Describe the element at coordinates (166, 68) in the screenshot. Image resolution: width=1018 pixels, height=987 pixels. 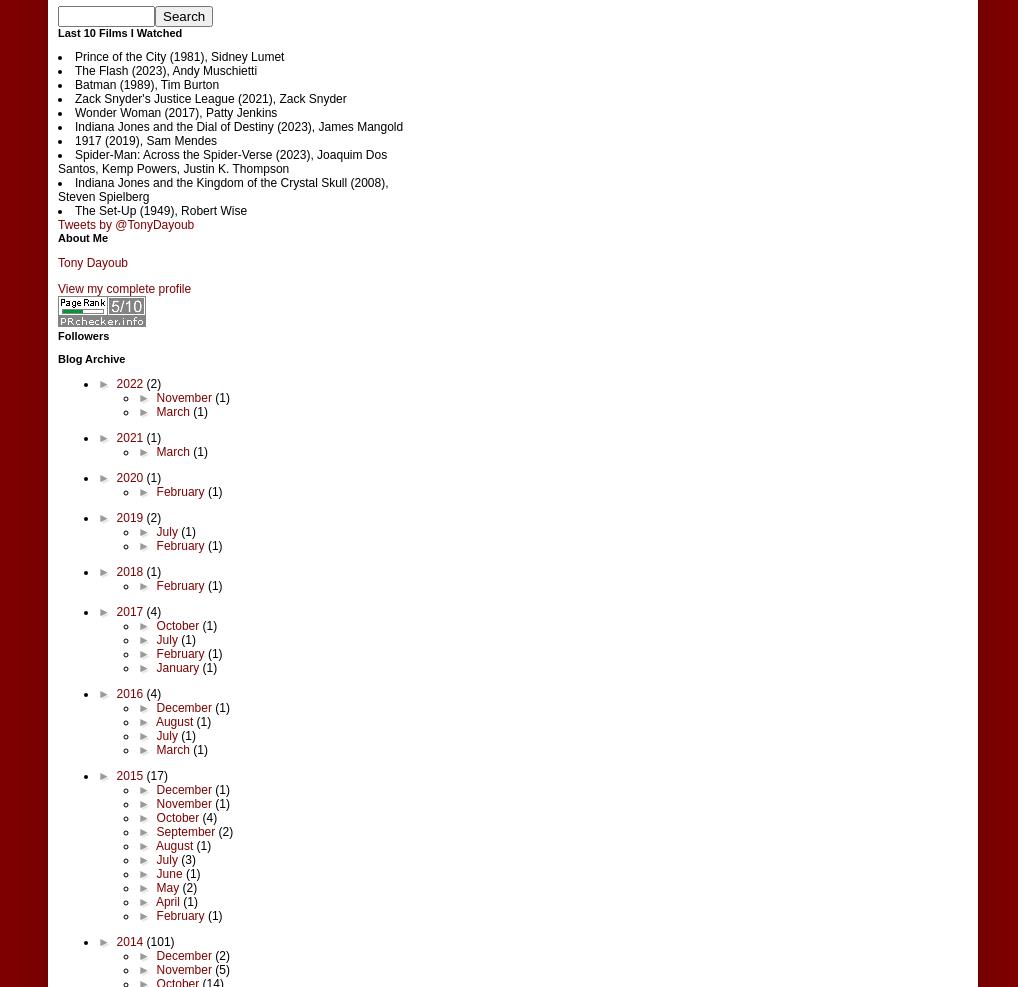
I see `'The Flash (2023), Andy Muschietti'` at that location.